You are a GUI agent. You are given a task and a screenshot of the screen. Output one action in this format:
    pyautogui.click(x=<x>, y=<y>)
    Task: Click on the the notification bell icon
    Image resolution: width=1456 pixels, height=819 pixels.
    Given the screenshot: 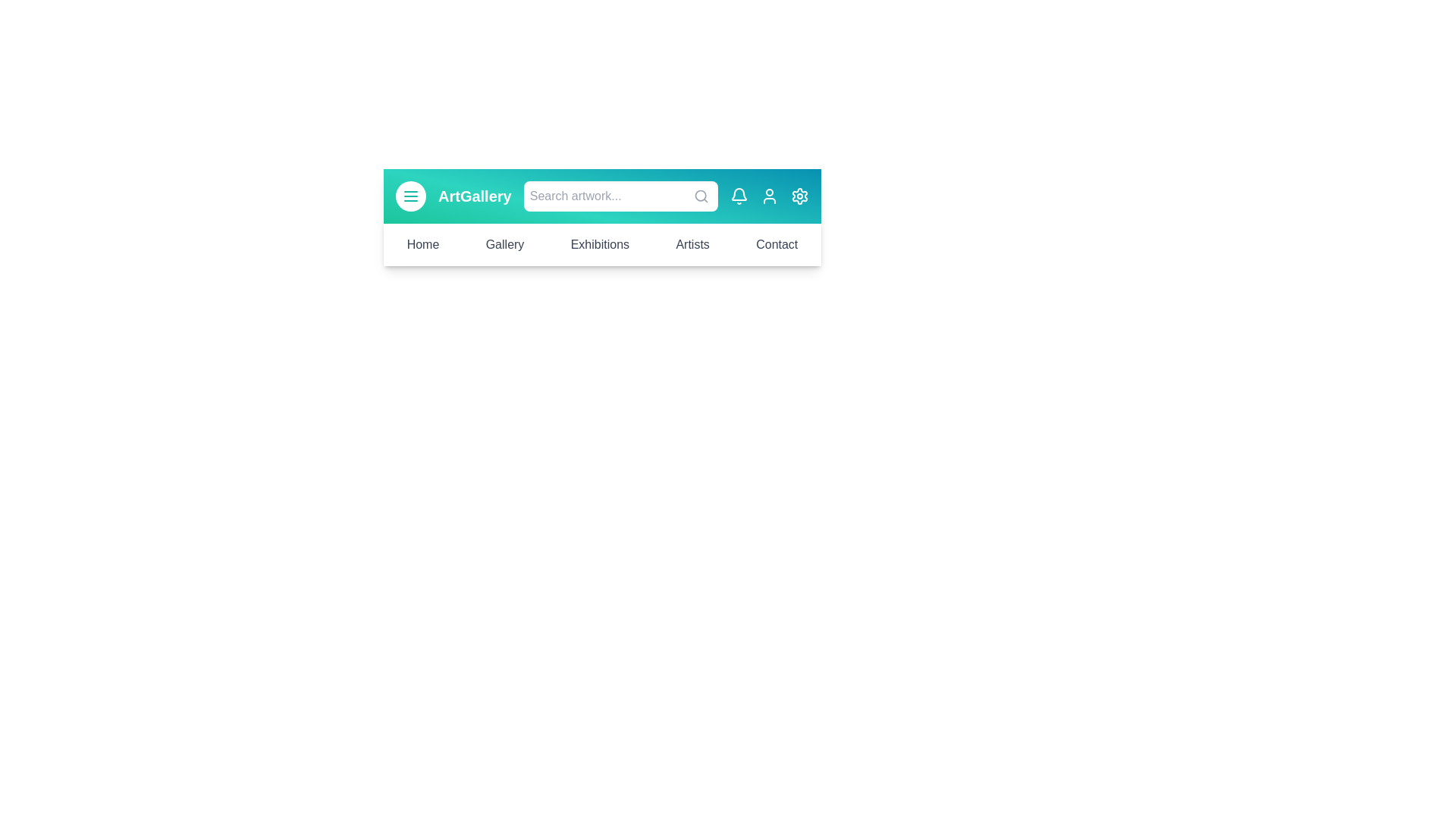 What is the action you would take?
    pyautogui.click(x=739, y=195)
    